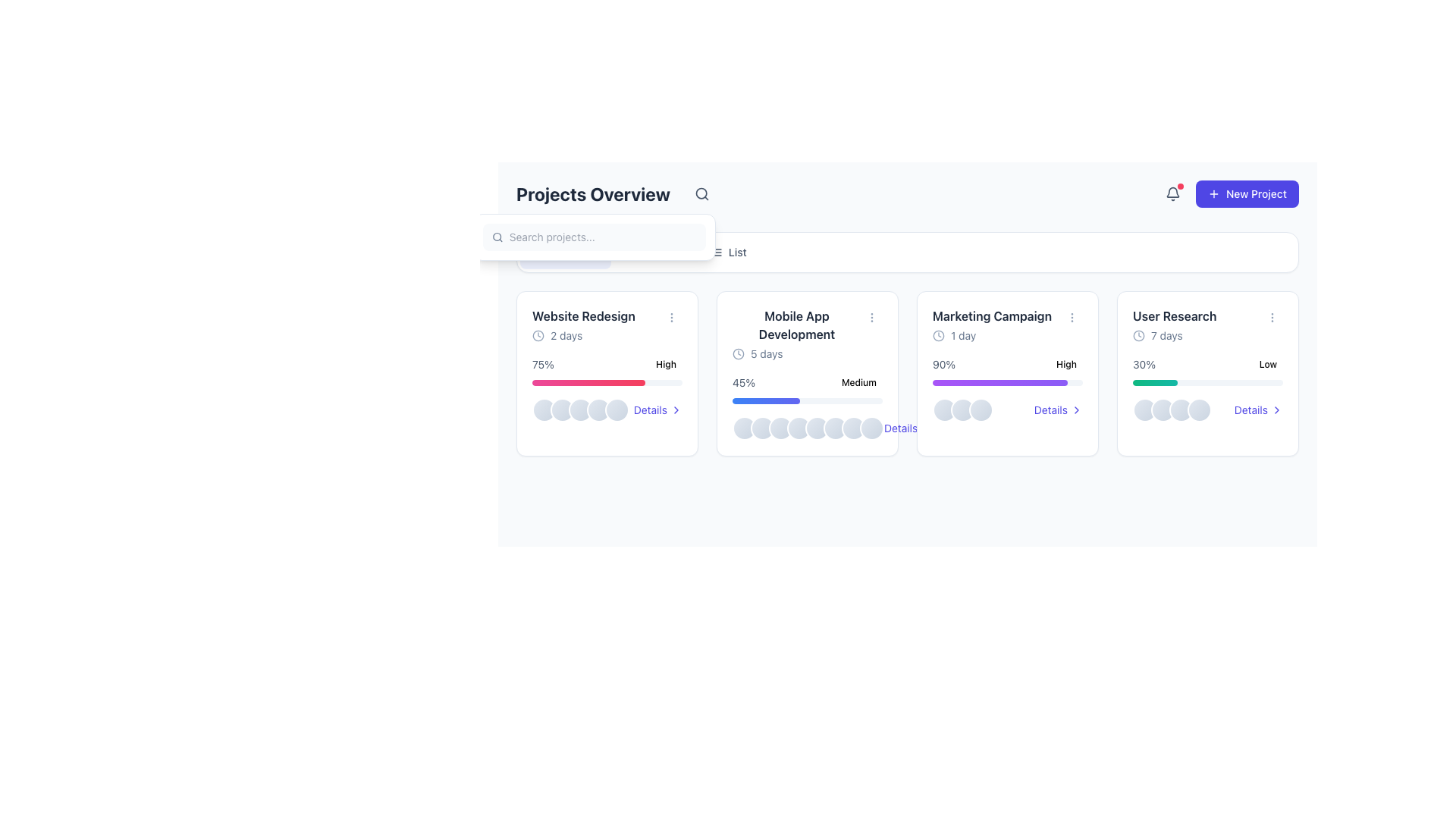  What do you see at coordinates (807, 374) in the screenshot?
I see `the Static information card displaying project information, which is the second card in a row of four cards under 'Projects Overview'` at bounding box center [807, 374].